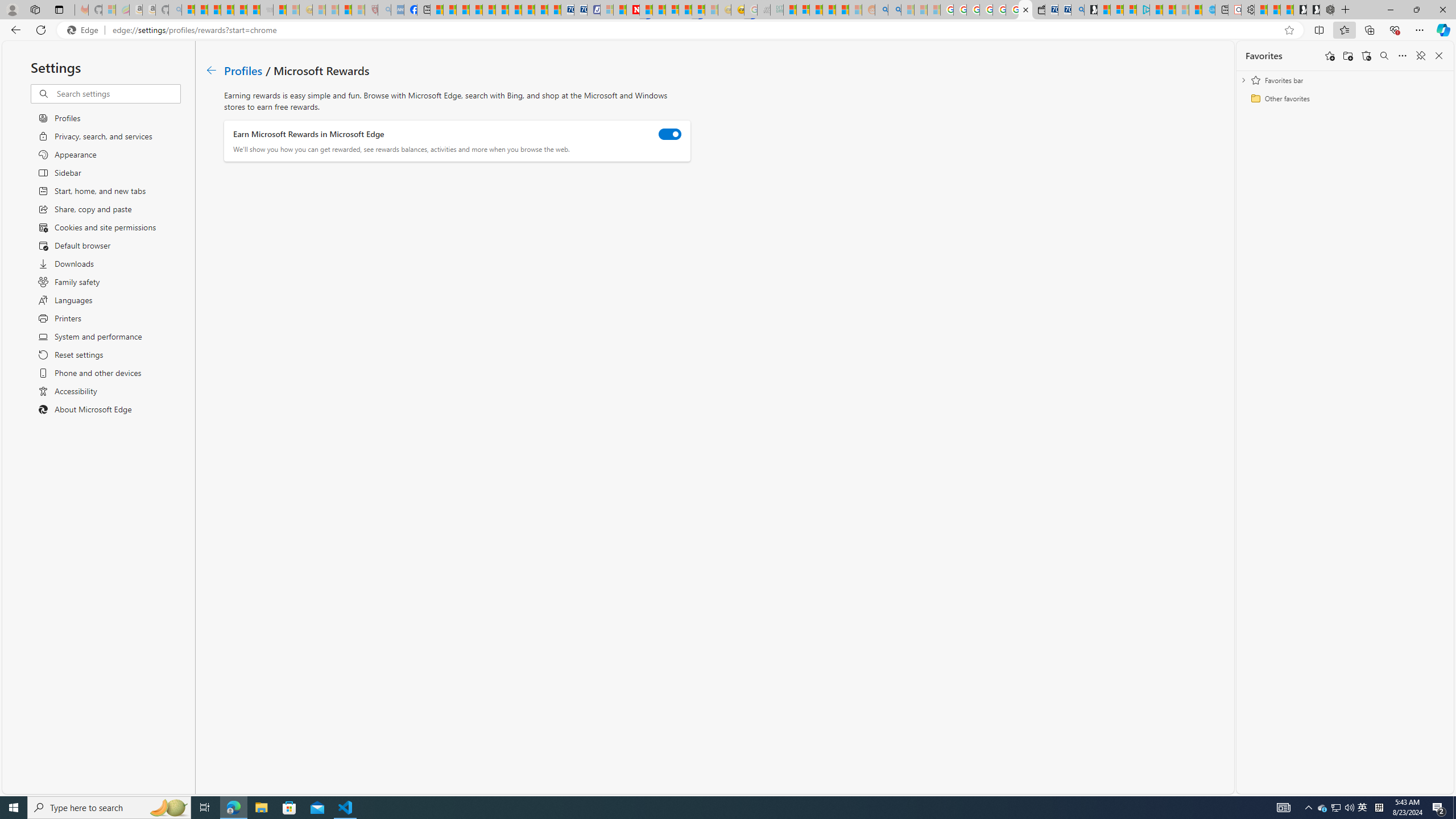  What do you see at coordinates (243, 69) in the screenshot?
I see `'Profiles'` at bounding box center [243, 69].